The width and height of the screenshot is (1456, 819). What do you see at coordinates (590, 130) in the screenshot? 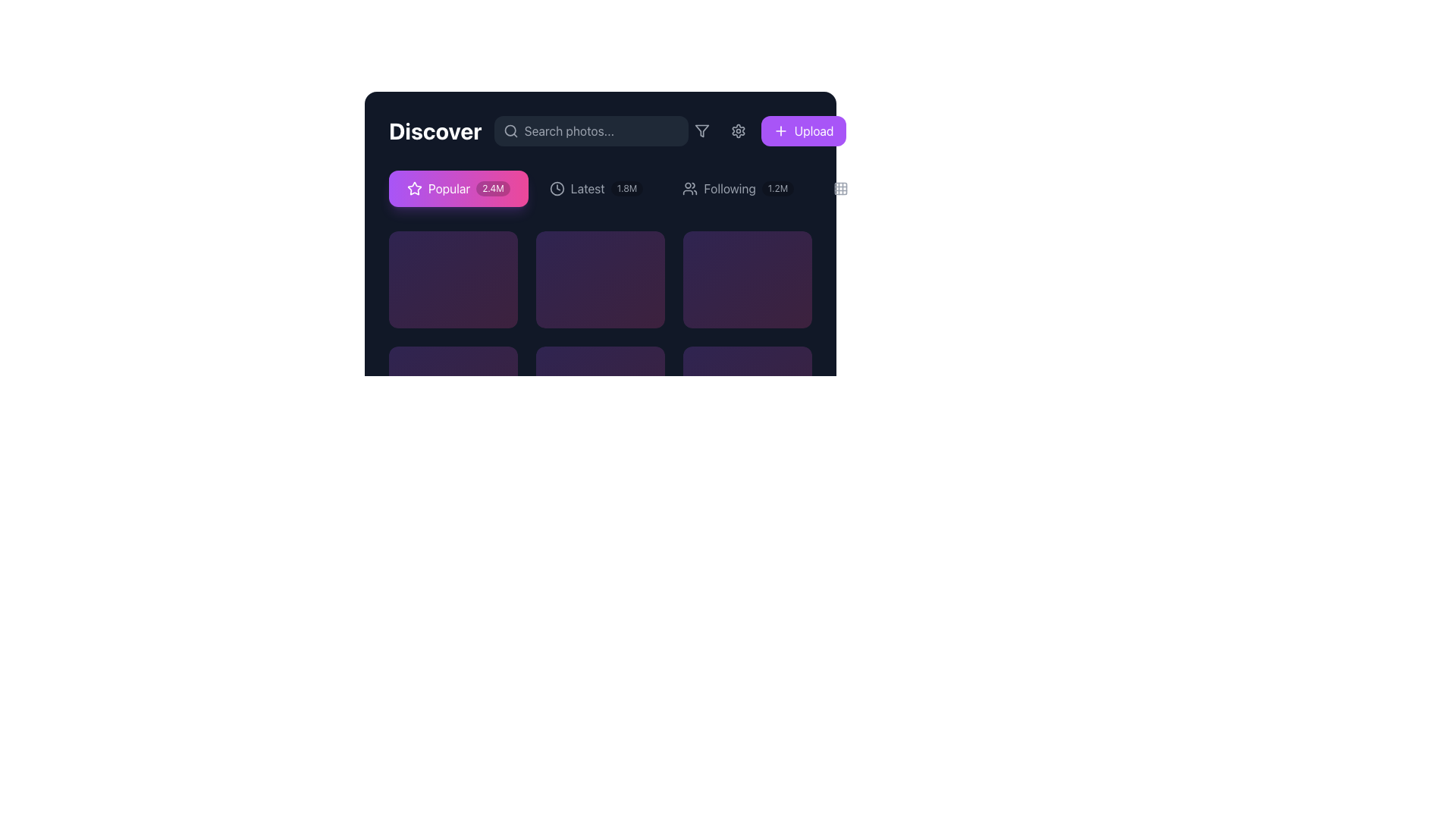
I see `the search bar input located between the 'Discover' title and icons/buttons` at bounding box center [590, 130].